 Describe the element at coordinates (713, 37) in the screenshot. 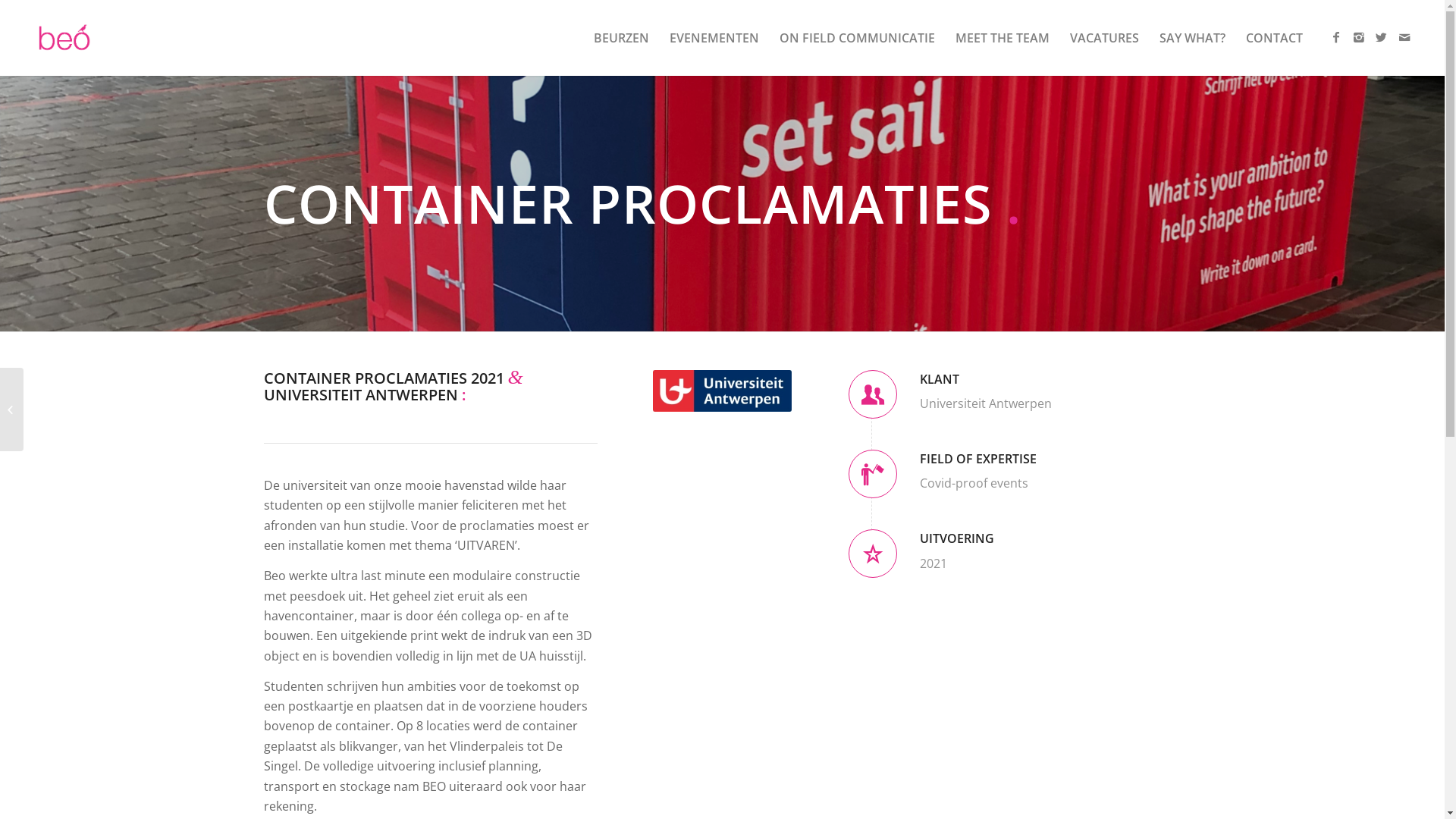

I see `'EVENEMENTEN'` at that location.